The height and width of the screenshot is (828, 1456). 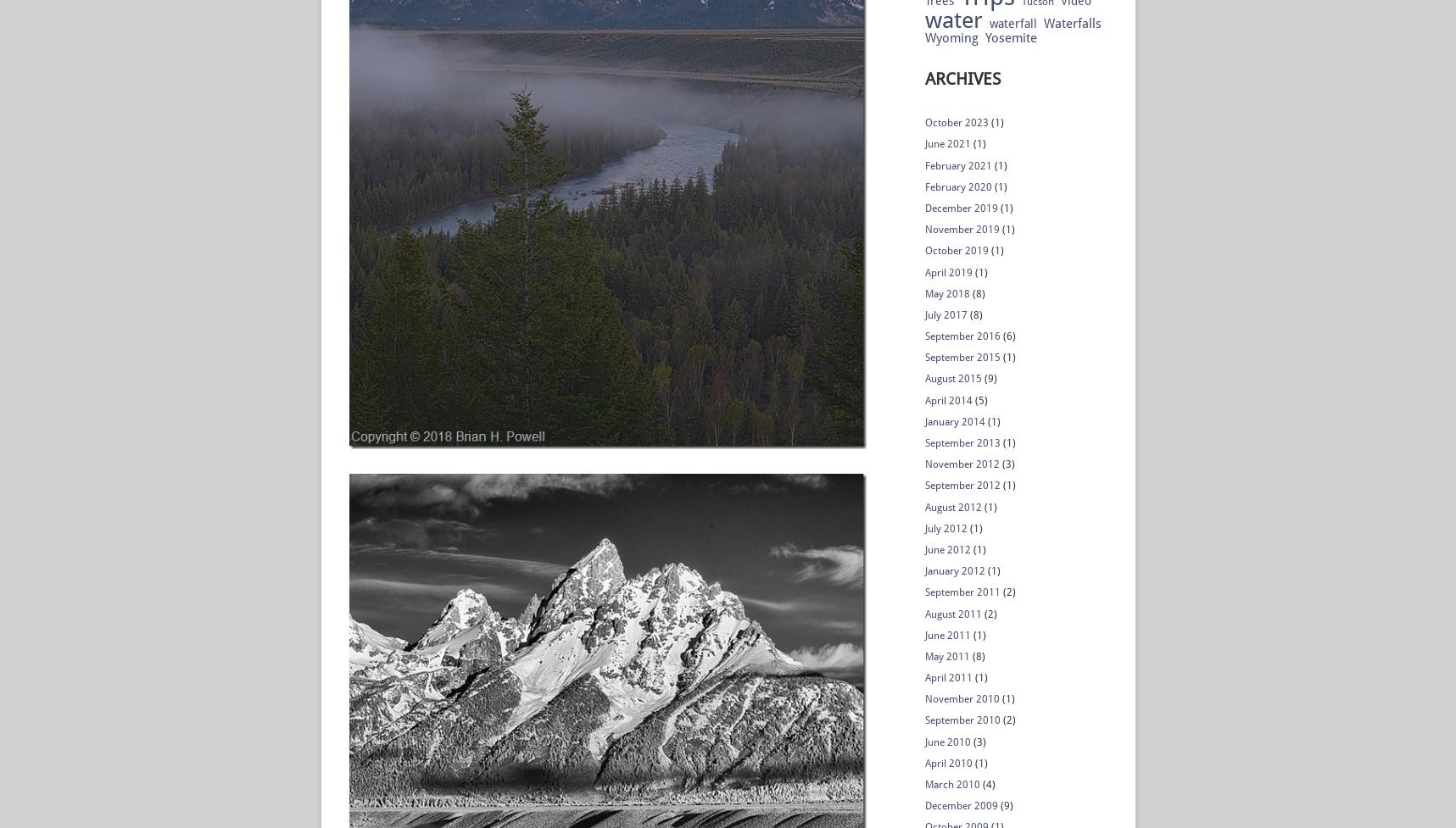 What do you see at coordinates (952, 613) in the screenshot?
I see `'August 2011'` at bounding box center [952, 613].